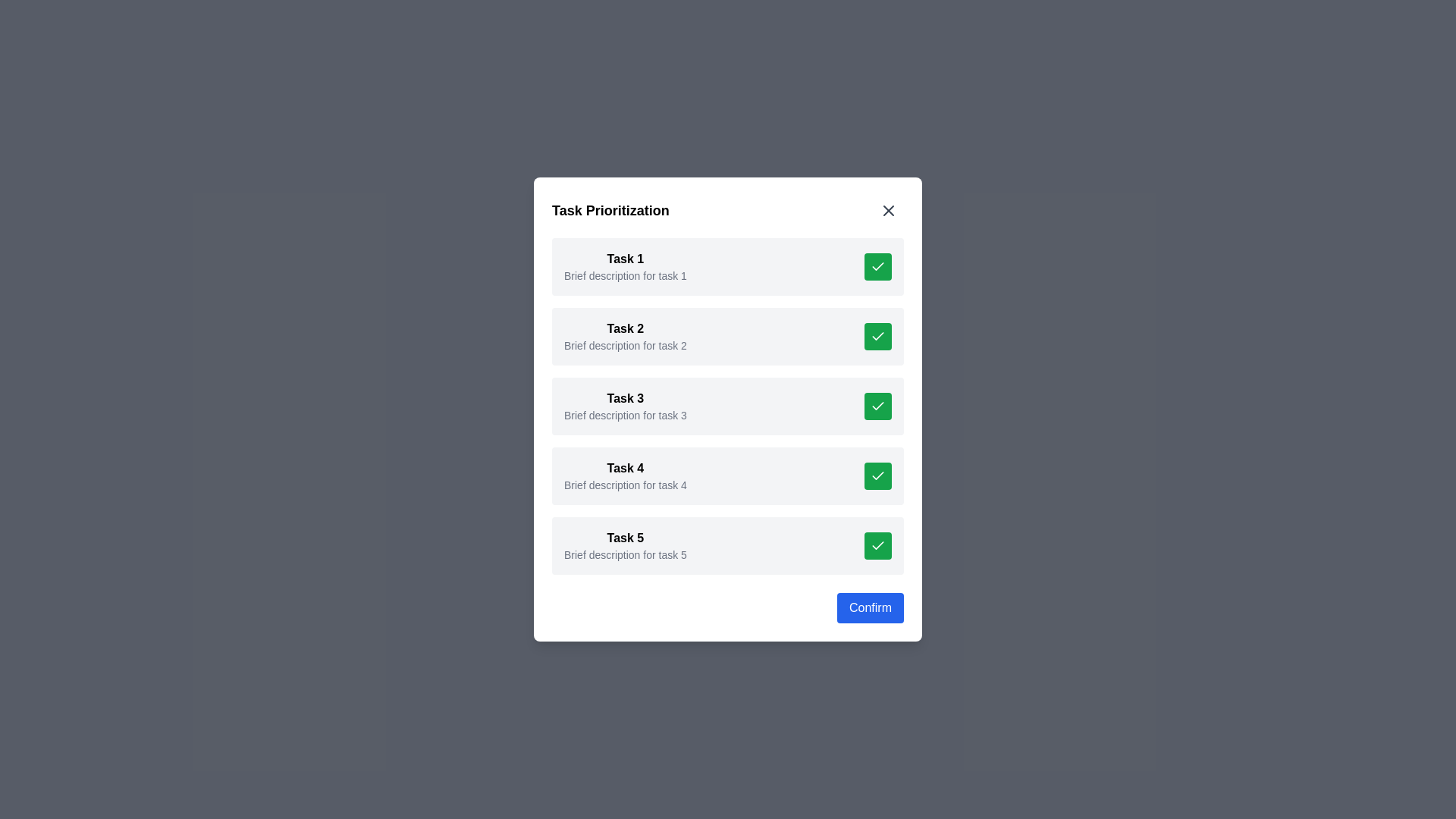 The image size is (1456, 819). What do you see at coordinates (870, 607) in the screenshot?
I see `the rectangular blue 'Confirm' button with rounded corners at the bottom right of the modal to confirm the action` at bounding box center [870, 607].